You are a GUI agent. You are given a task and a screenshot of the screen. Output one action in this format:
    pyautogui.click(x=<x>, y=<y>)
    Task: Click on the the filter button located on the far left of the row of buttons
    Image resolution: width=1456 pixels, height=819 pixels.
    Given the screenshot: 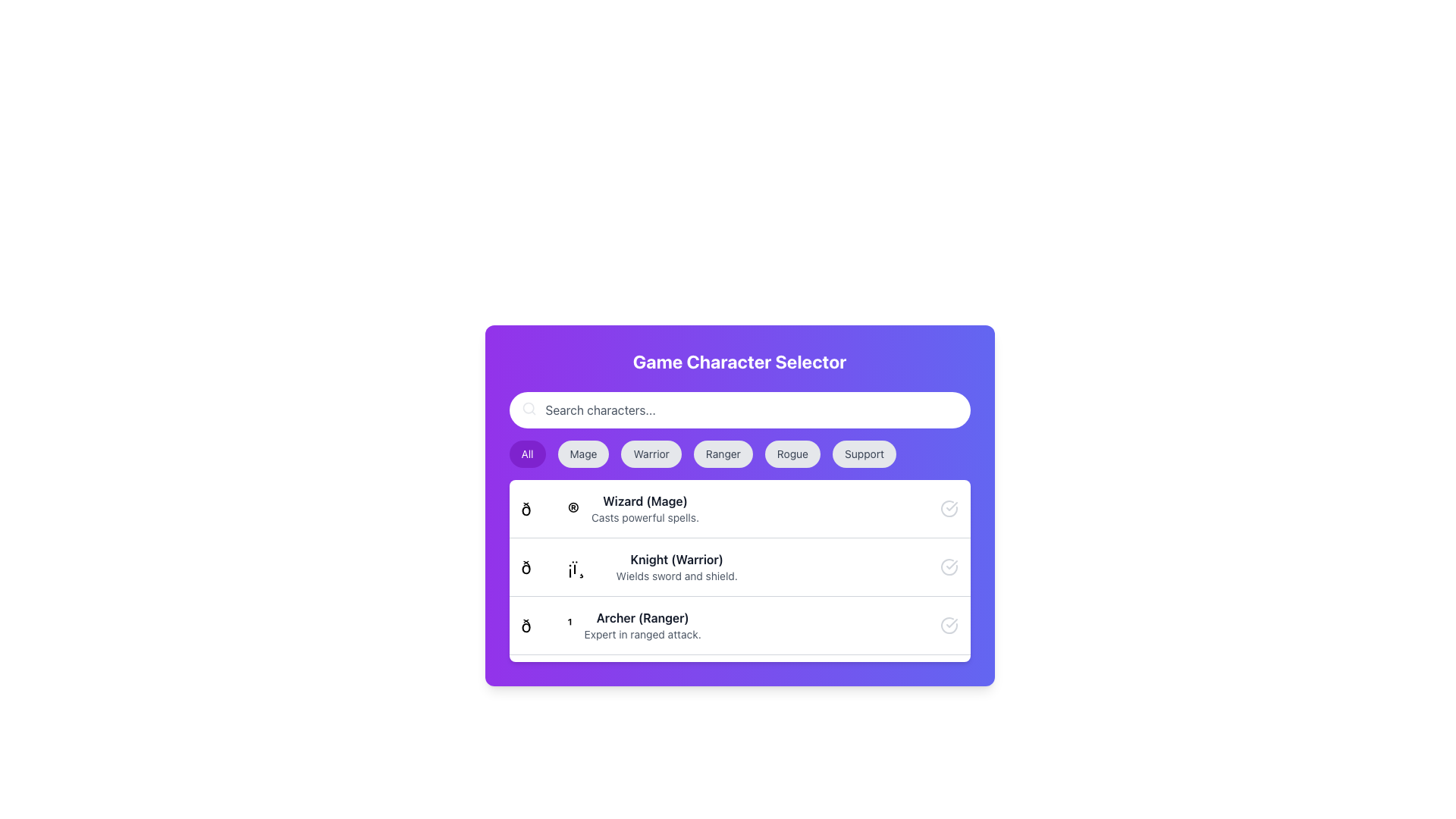 What is the action you would take?
    pyautogui.click(x=527, y=453)
    